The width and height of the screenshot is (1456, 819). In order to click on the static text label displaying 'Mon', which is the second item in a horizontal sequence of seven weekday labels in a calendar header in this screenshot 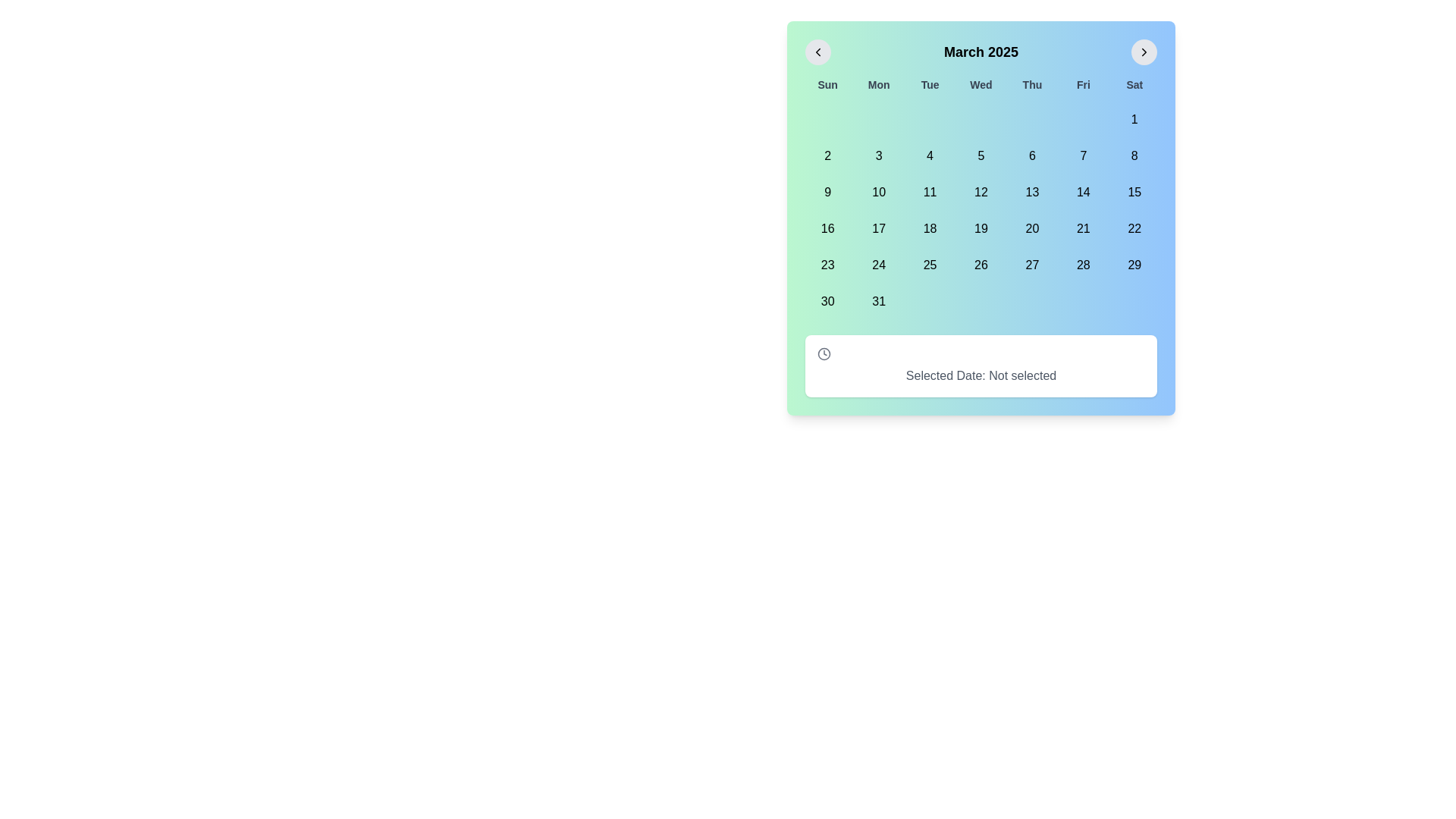, I will do `click(879, 84)`.